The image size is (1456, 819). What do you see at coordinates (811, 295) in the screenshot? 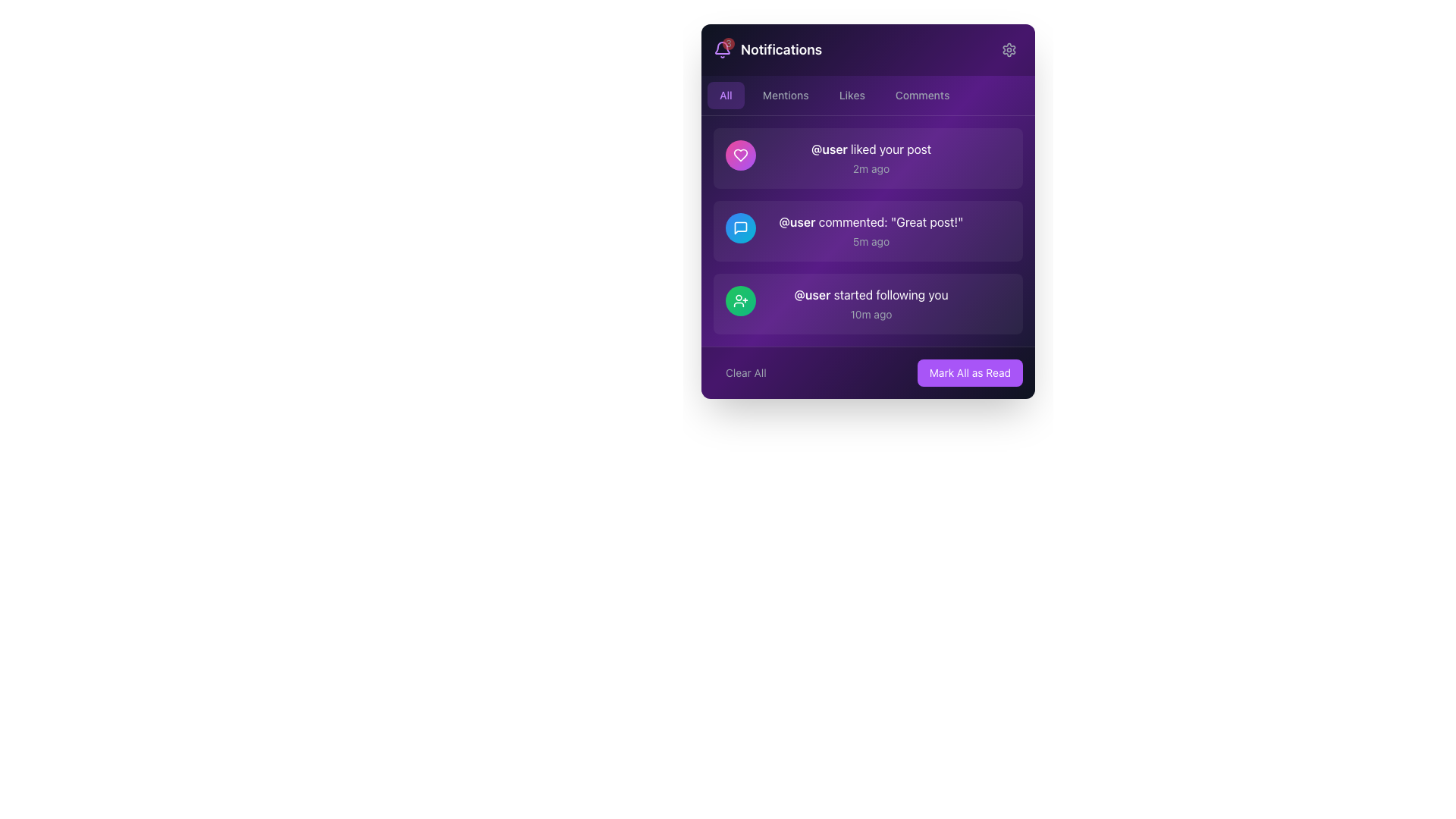
I see `the username label in the third notification entry that reads '@user started following you'` at bounding box center [811, 295].